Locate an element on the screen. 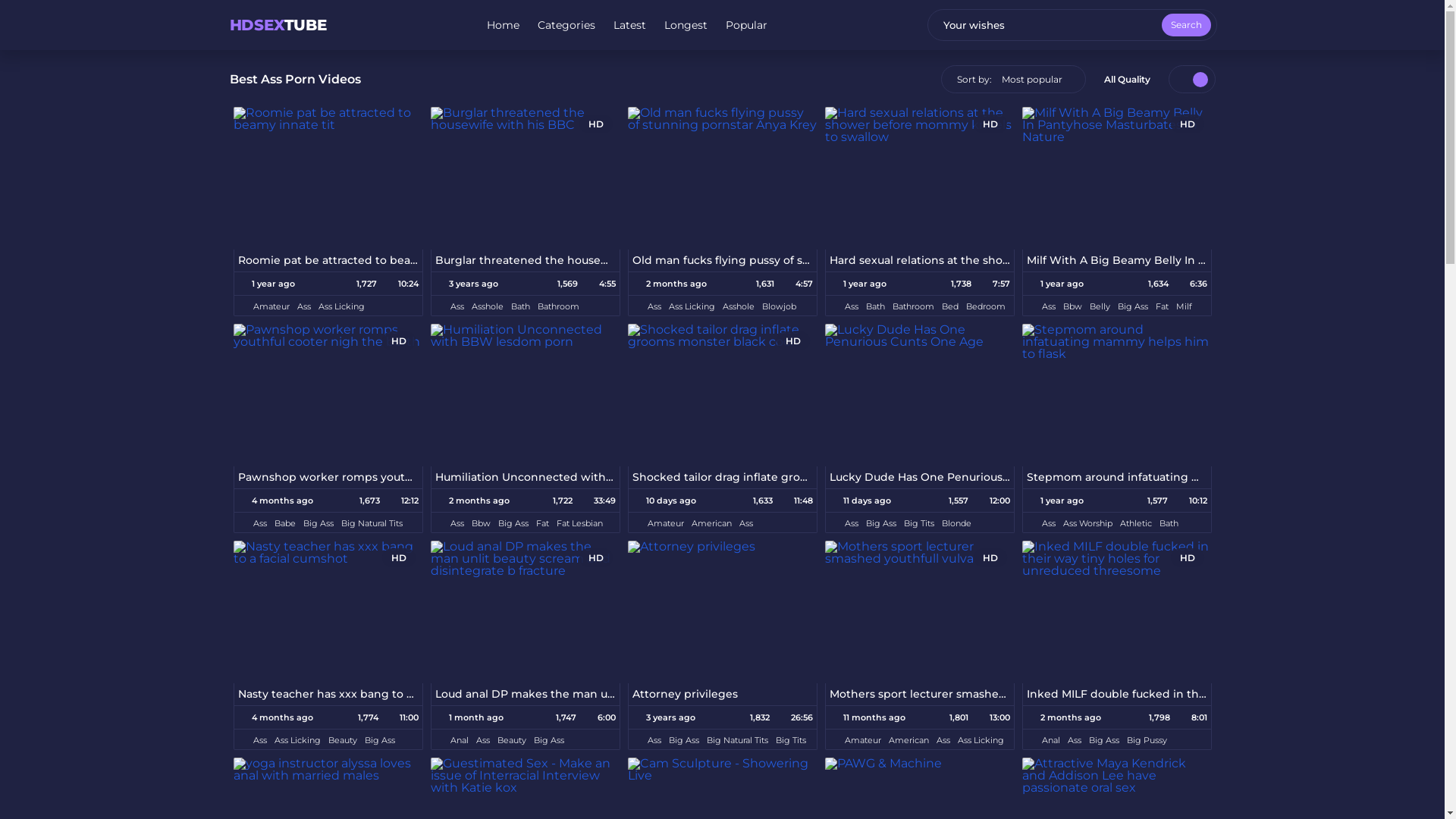 This screenshot has width=1456, height=819. 'Anal' is located at coordinates (458, 739).